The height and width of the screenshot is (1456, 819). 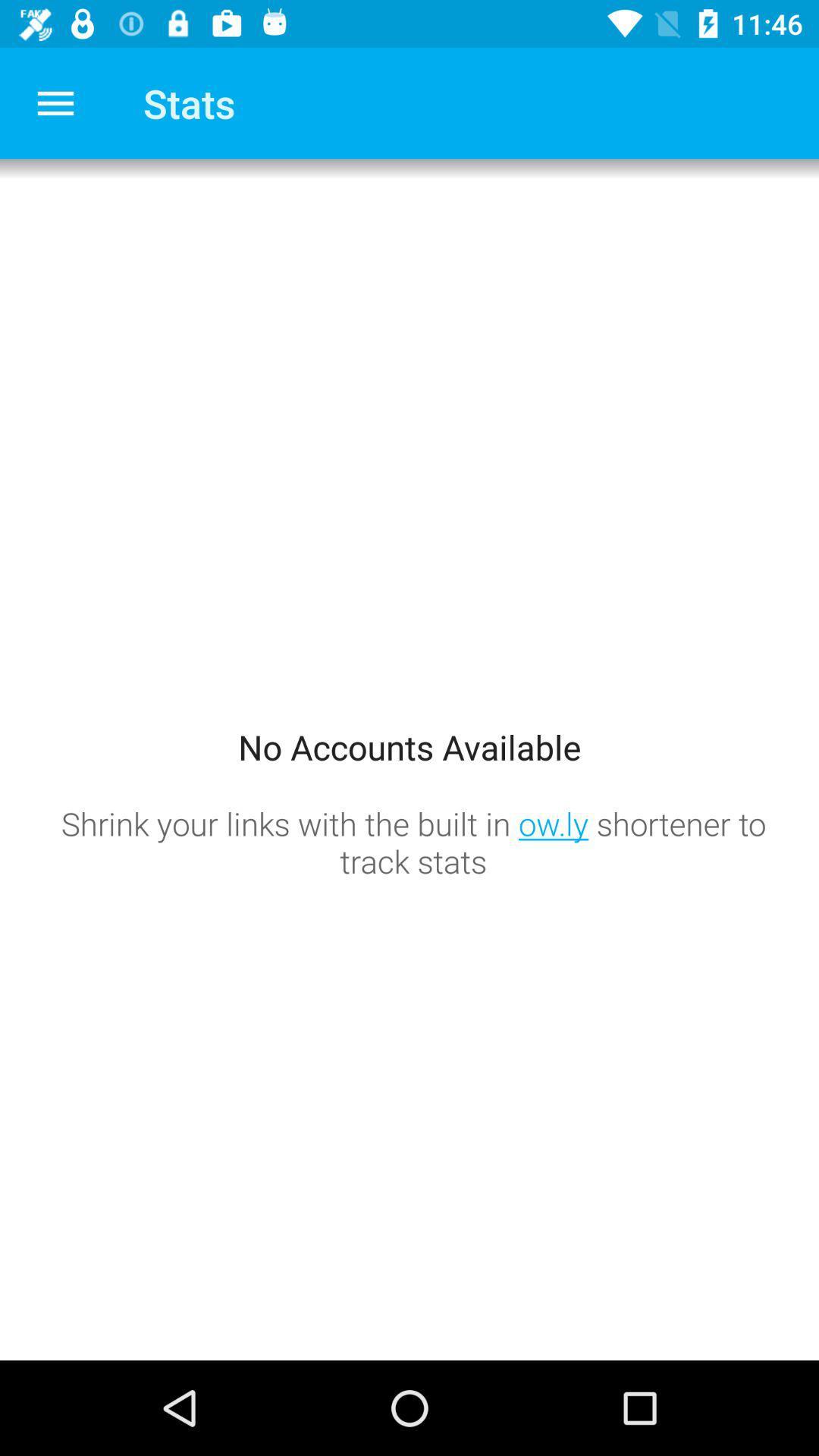 I want to click on the item next to stats item, so click(x=55, y=102).